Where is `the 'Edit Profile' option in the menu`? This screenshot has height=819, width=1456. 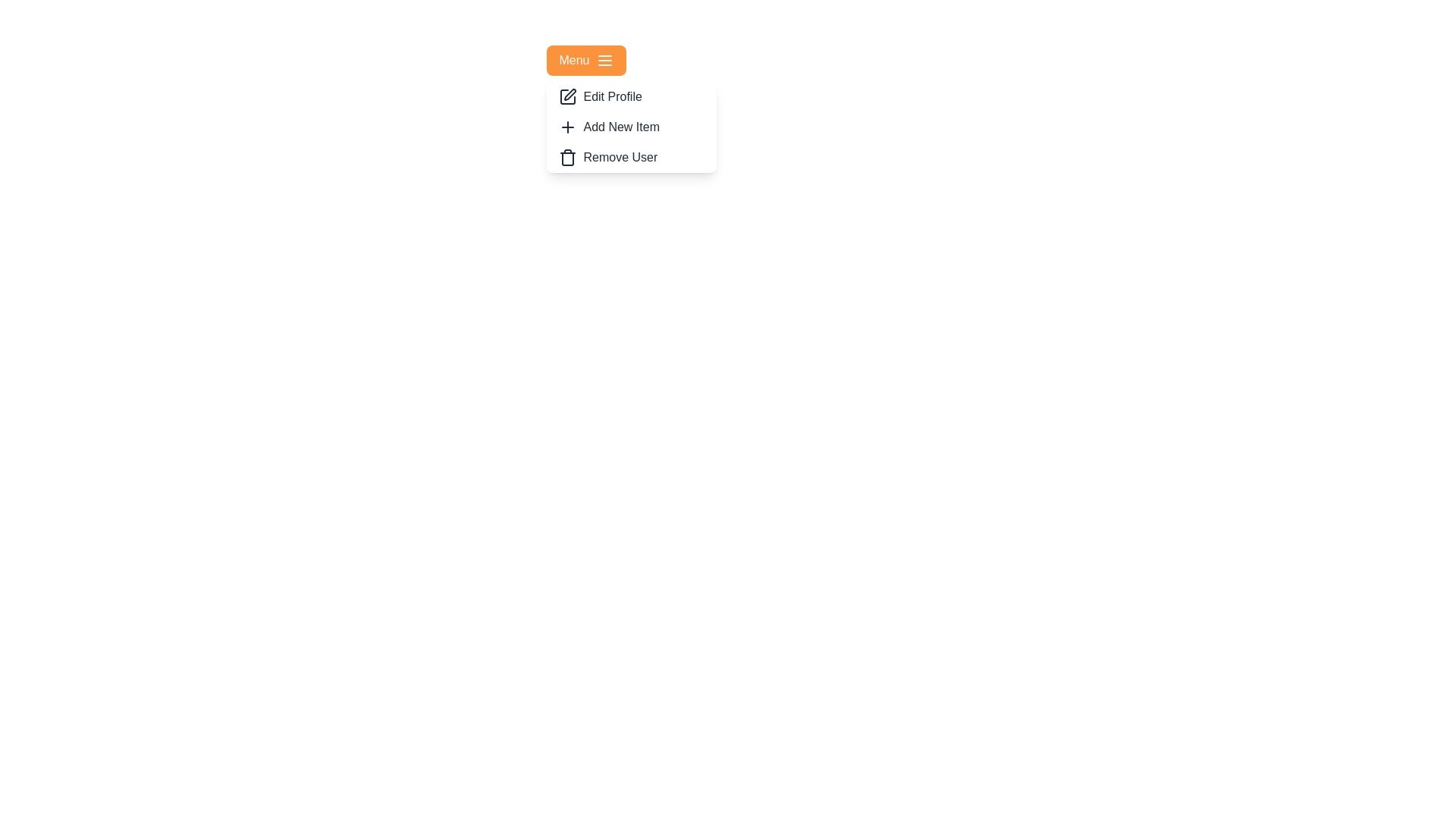 the 'Edit Profile' option in the menu is located at coordinates (632, 96).